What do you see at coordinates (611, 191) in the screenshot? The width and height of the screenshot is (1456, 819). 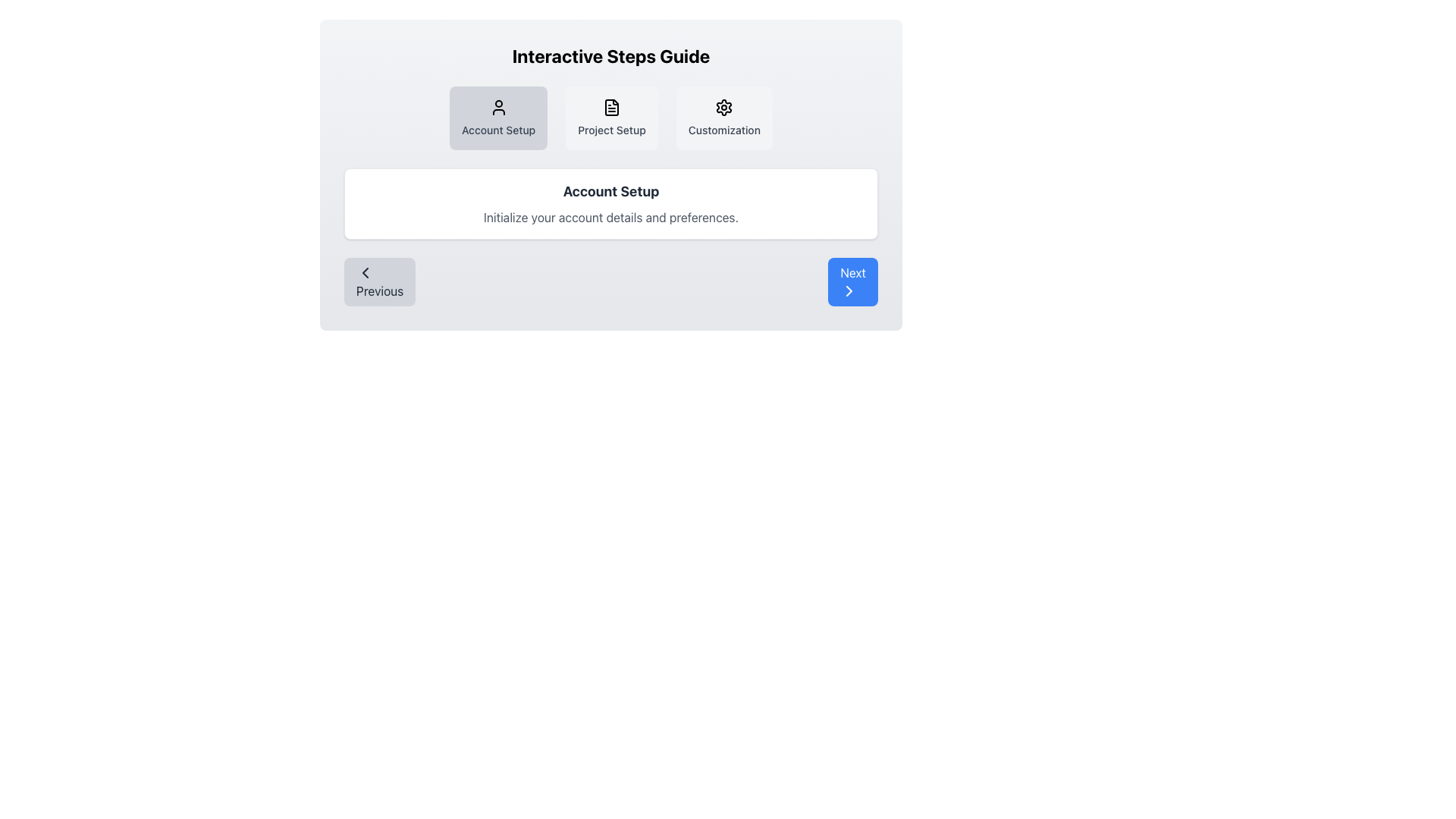 I see `the 'Account Setup' text label which is prominently displayed in a bold, large font inside a white card component` at bounding box center [611, 191].